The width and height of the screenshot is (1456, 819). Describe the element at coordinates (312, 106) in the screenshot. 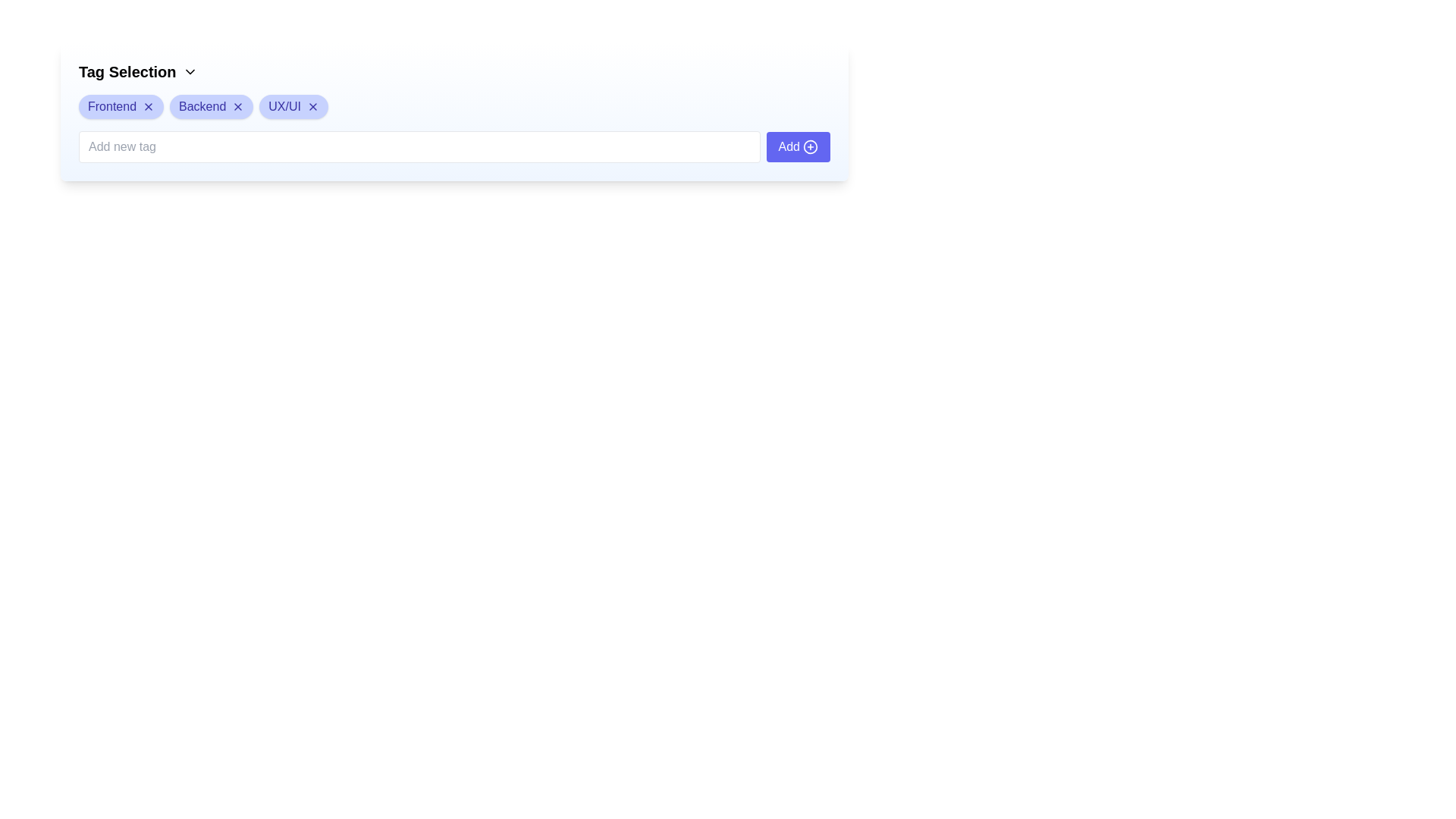

I see `the close icon button at the rightmost end of the 'UX/UI' tag` at that location.